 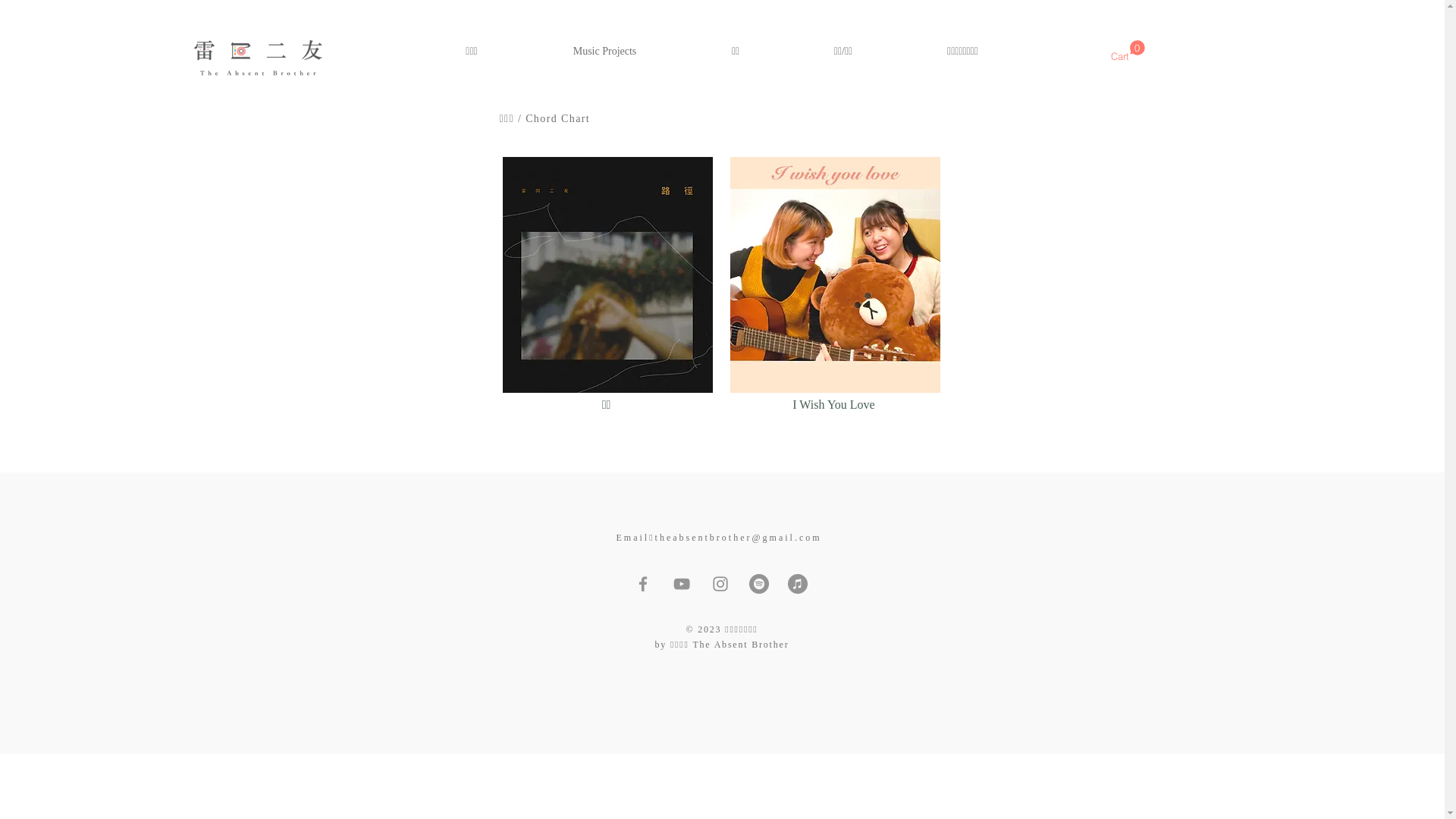 I want to click on 'theabsentbrother@gmail.com', so click(x=739, y=537).